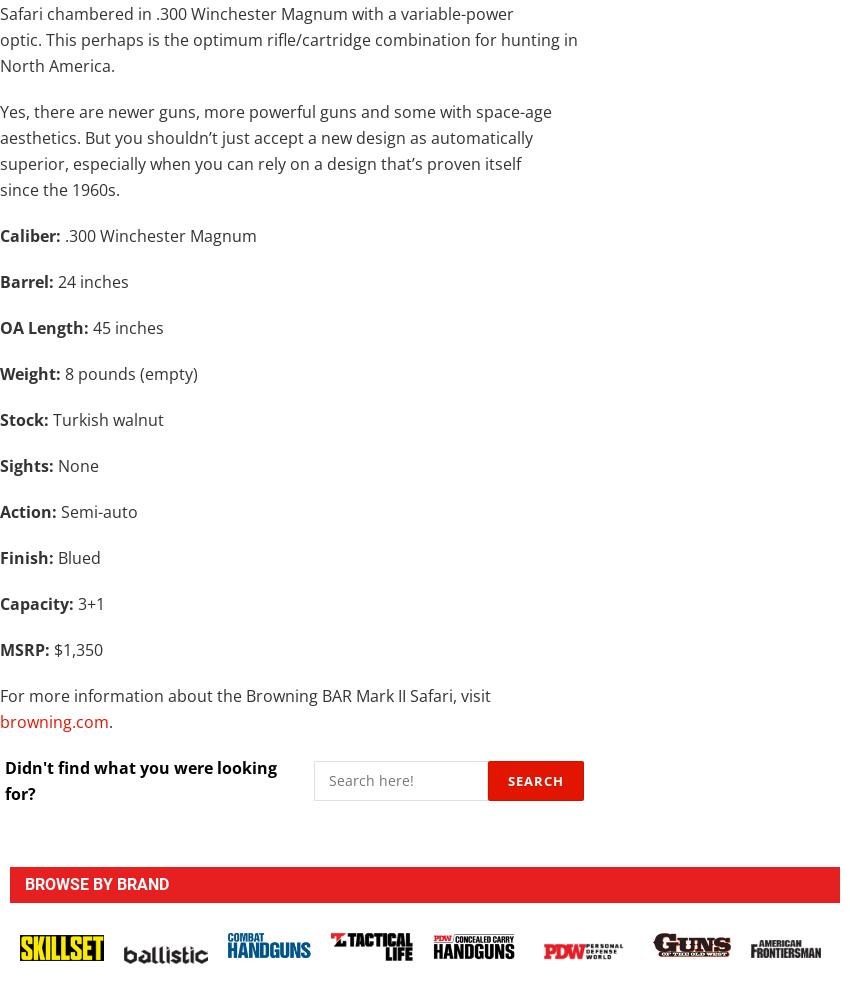 The width and height of the screenshot is (850, 981). I want to click on 'Stock:', so click(23, 417).